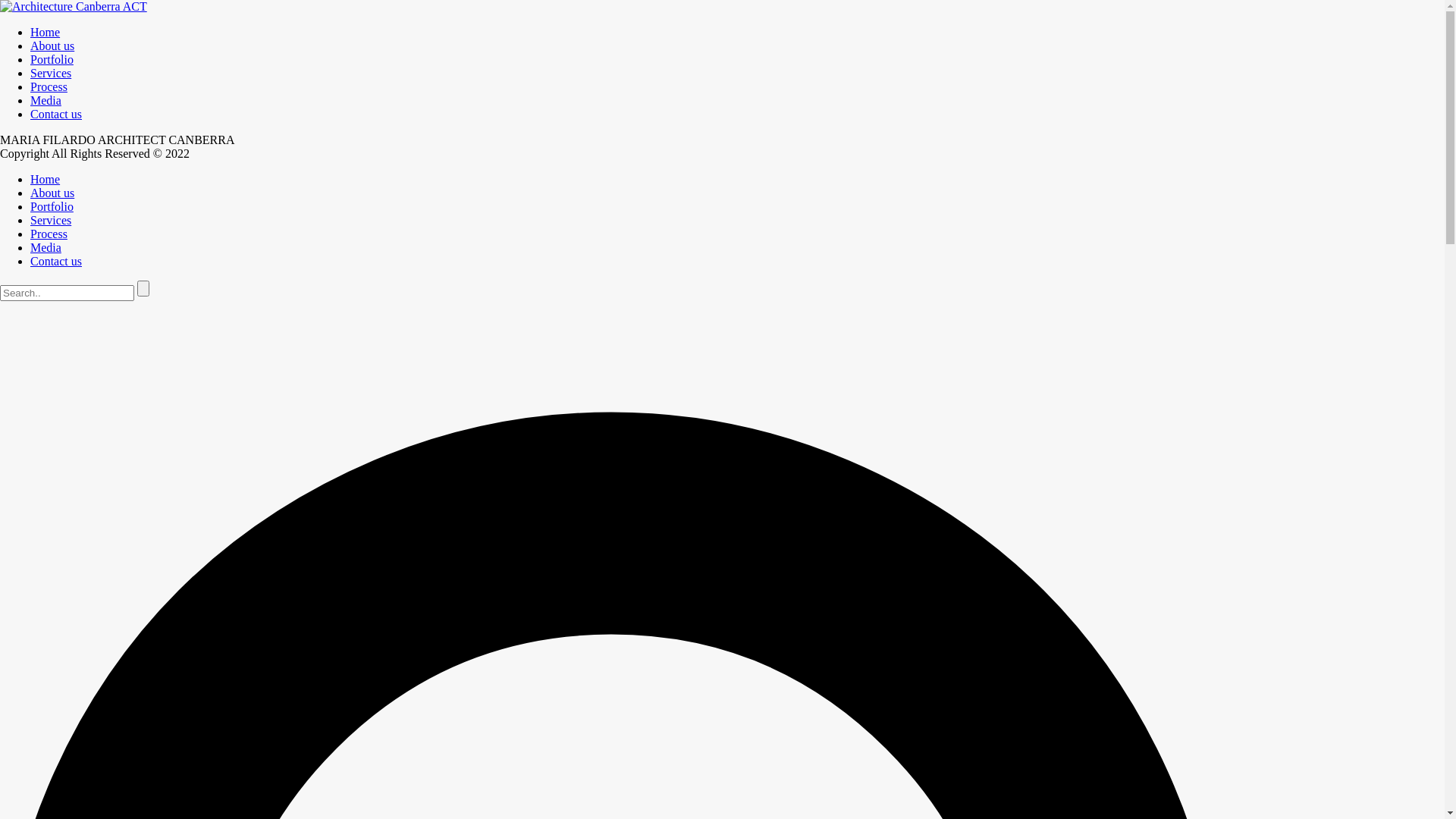 Image resolution: width=1456 pixels, height=819 pixels. Describe the element at coordinates (72, 6) in the screenshot. I see `'Maria Filardo Architect Canberra'` at that location.